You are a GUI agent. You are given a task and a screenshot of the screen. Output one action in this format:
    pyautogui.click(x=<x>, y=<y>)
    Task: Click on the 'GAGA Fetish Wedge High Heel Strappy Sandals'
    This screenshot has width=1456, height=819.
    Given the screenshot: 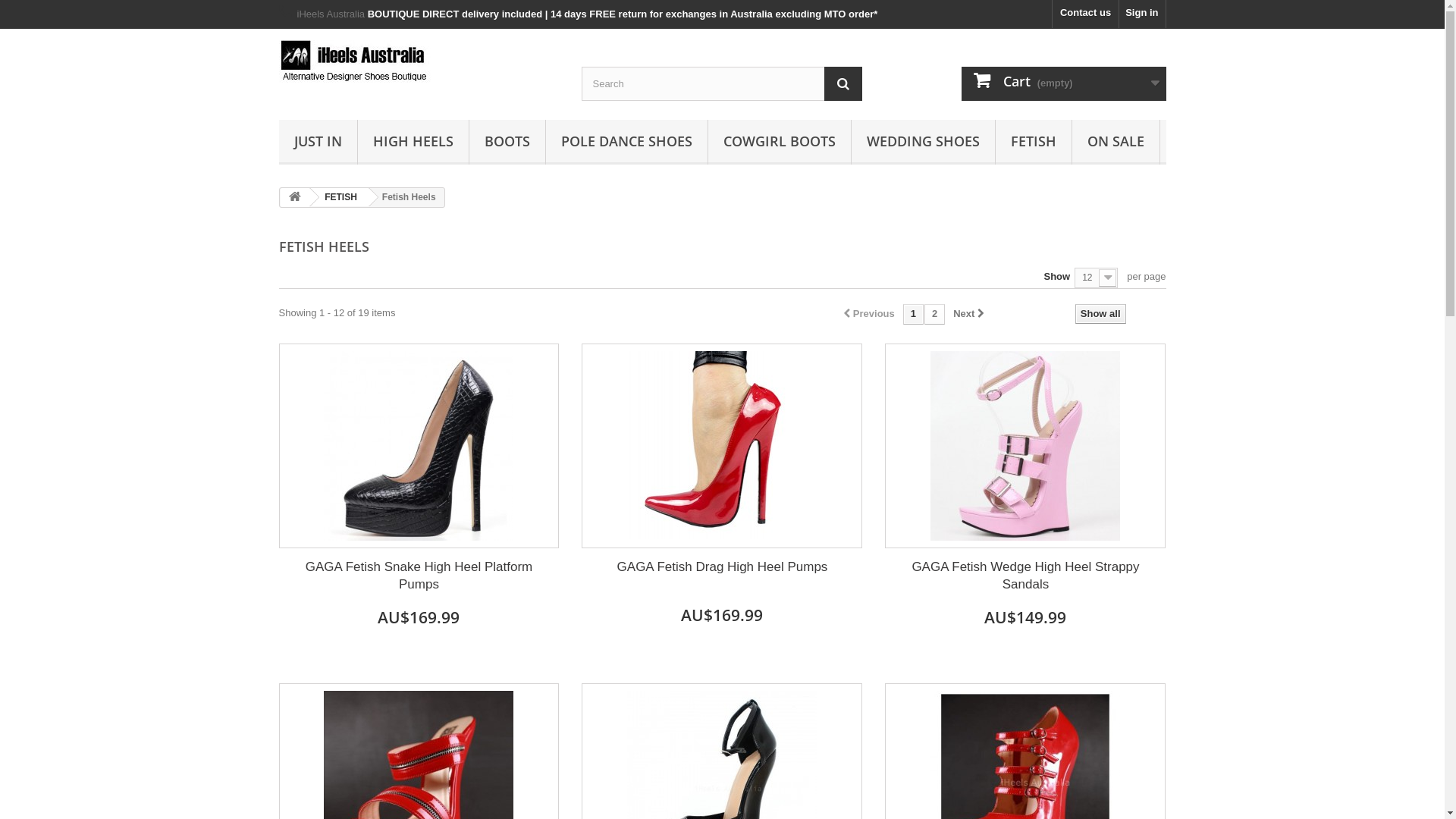 What is the action you would take?
    pyautogui.click(x=1025, y=576)
    